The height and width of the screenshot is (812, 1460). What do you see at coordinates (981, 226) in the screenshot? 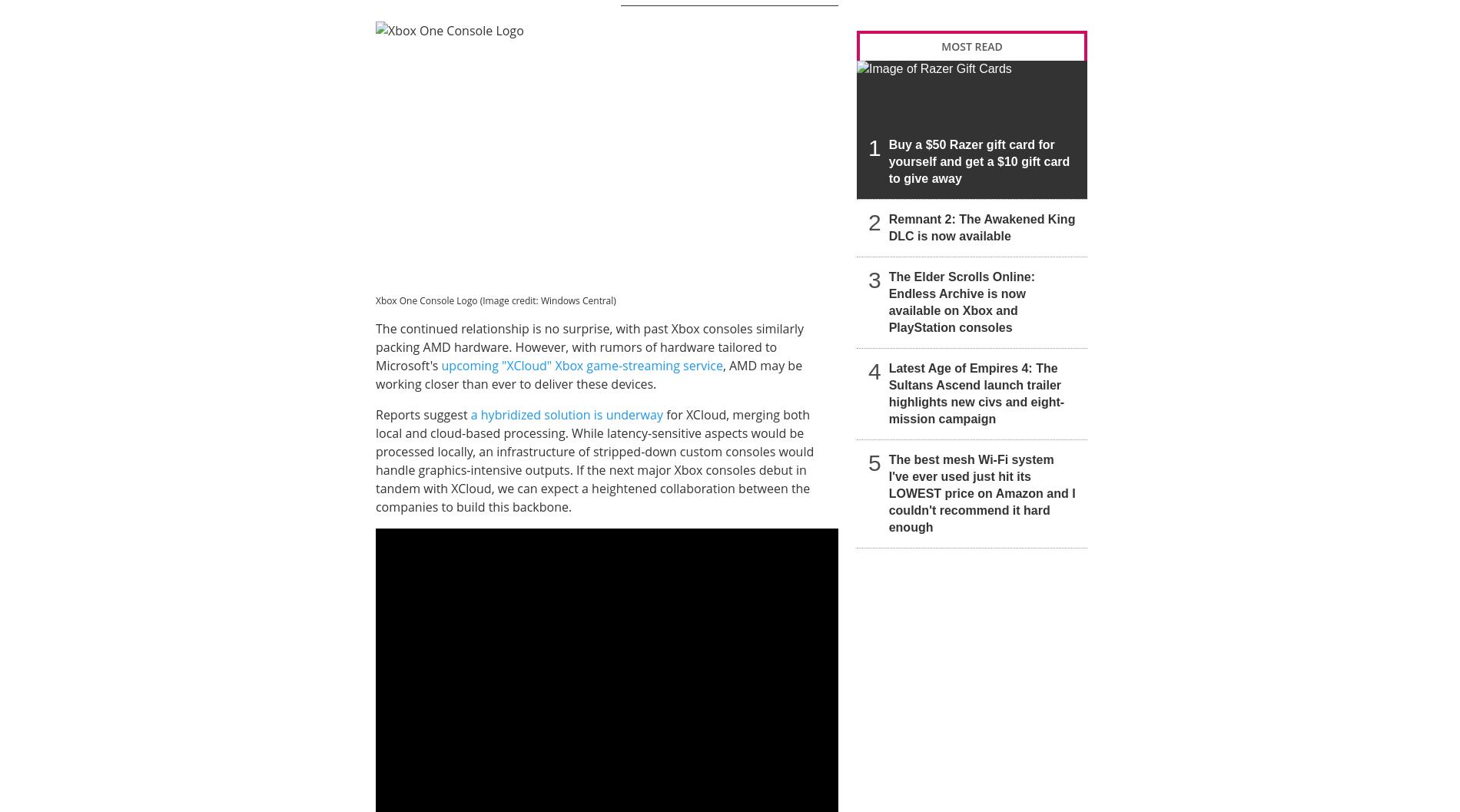
I see `'Remnant 2: The Awakened King DLC is now available'` at bounding box center [981, 226].